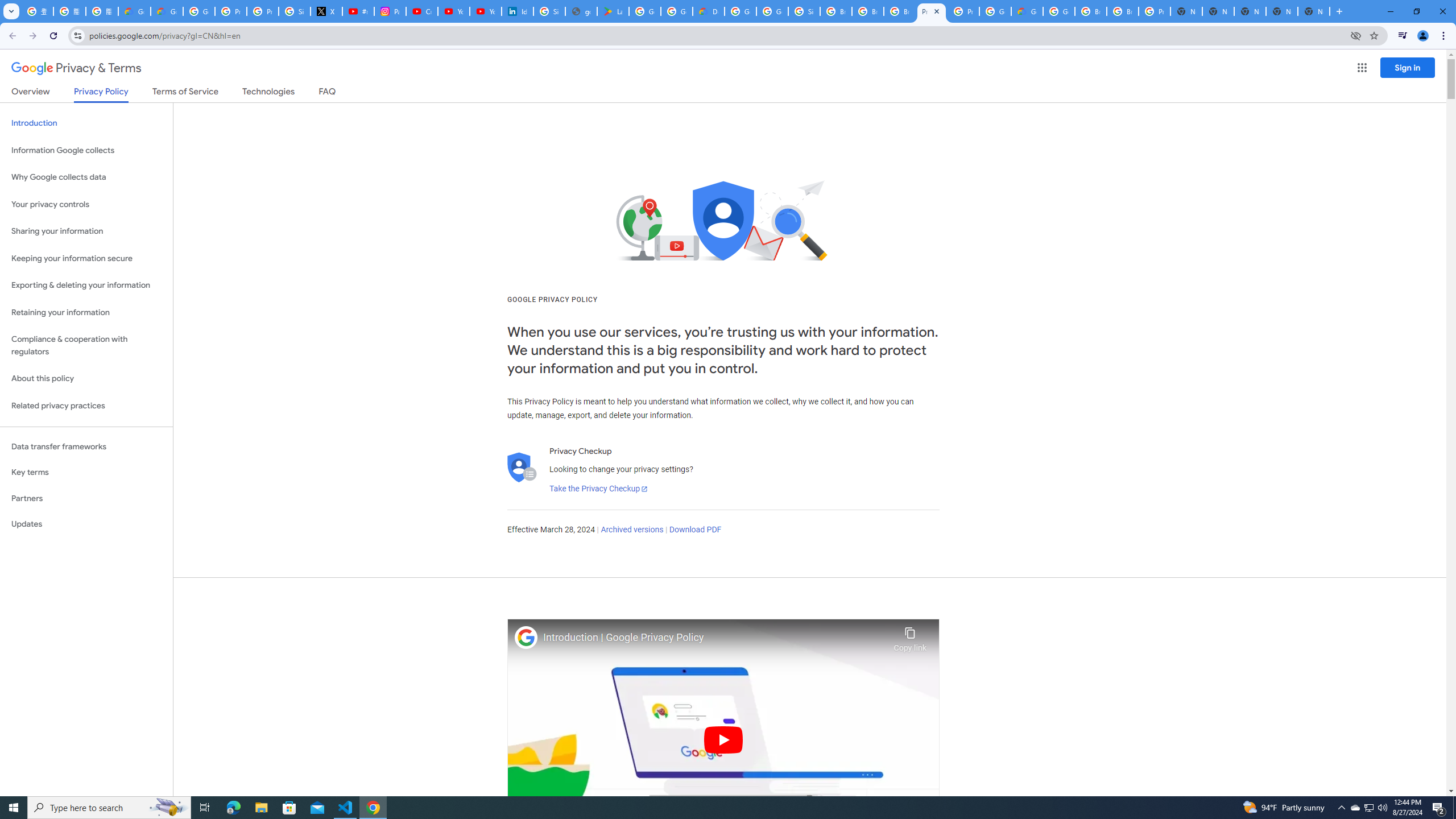  What do you see at coordinates (631, 529) in the screenshot?
I see `'Archived versions'` at bounding box center [631, 529].